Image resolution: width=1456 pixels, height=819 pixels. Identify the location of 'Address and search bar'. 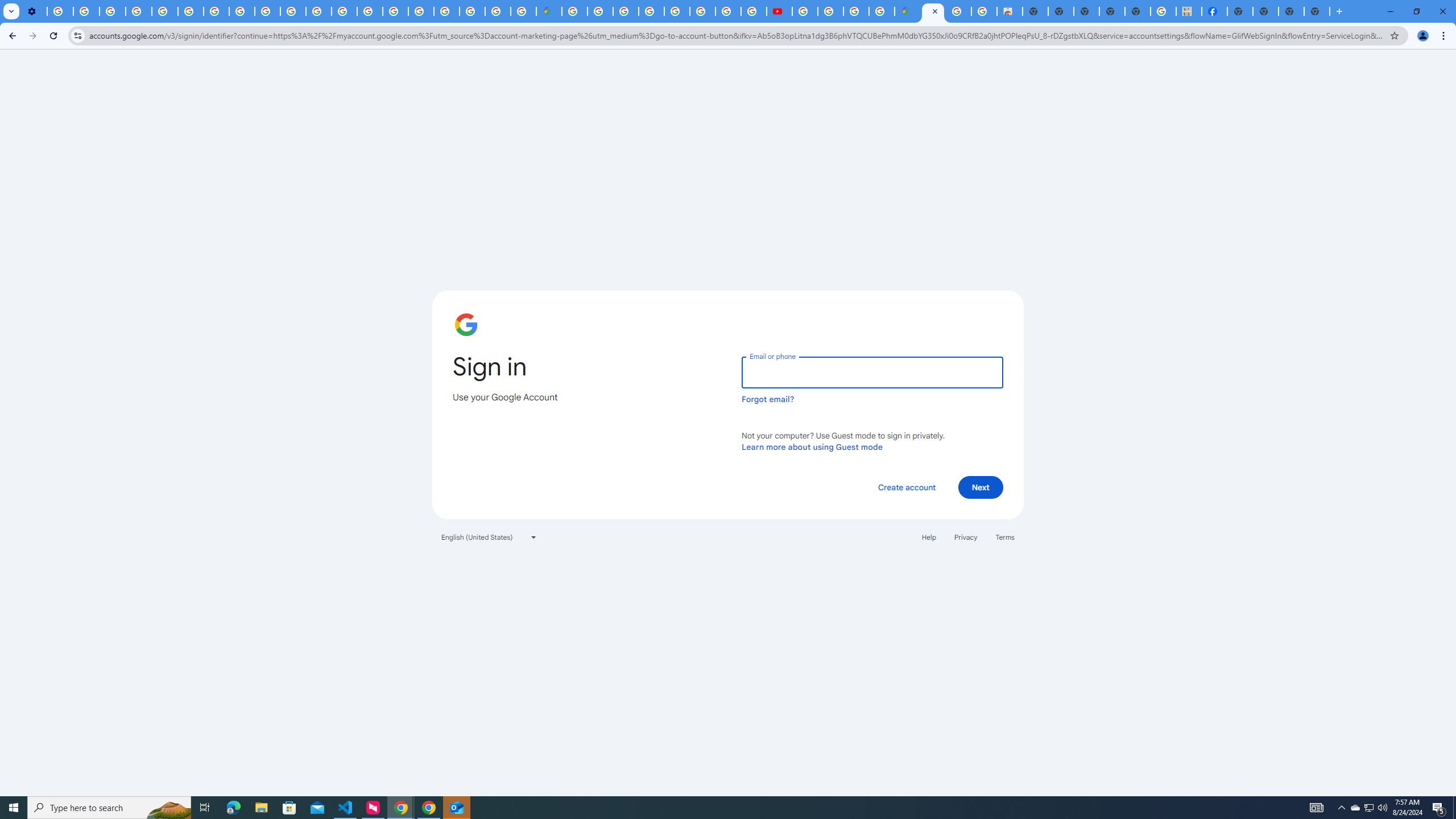
(735, 35).